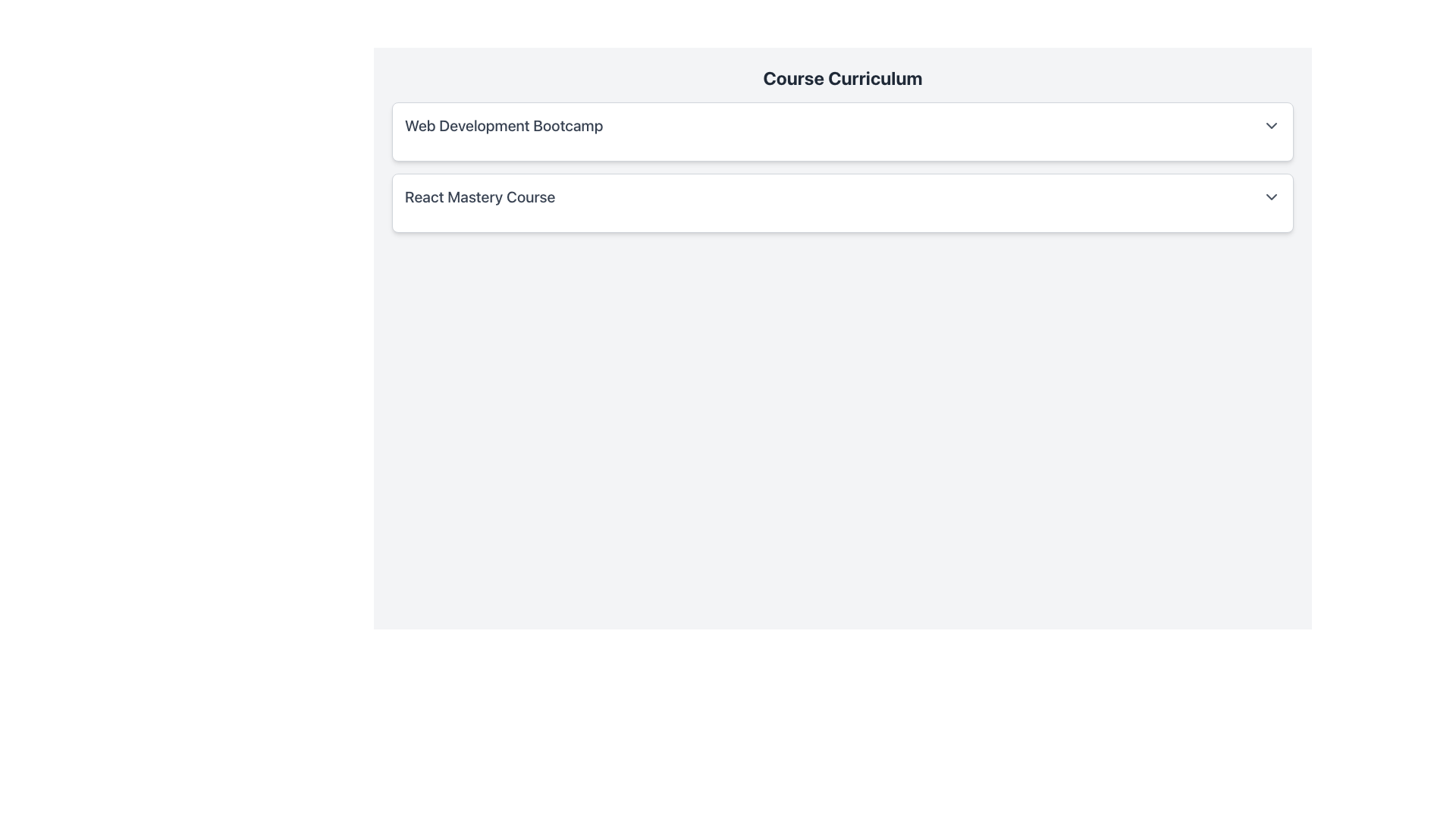 The image size is (1456, 819). What do you see at coordinates (842, 202) in the screenshot?
I see `the Collapsible Panel labeled 'React Mastery Course'` at bounding box center [842, 202].